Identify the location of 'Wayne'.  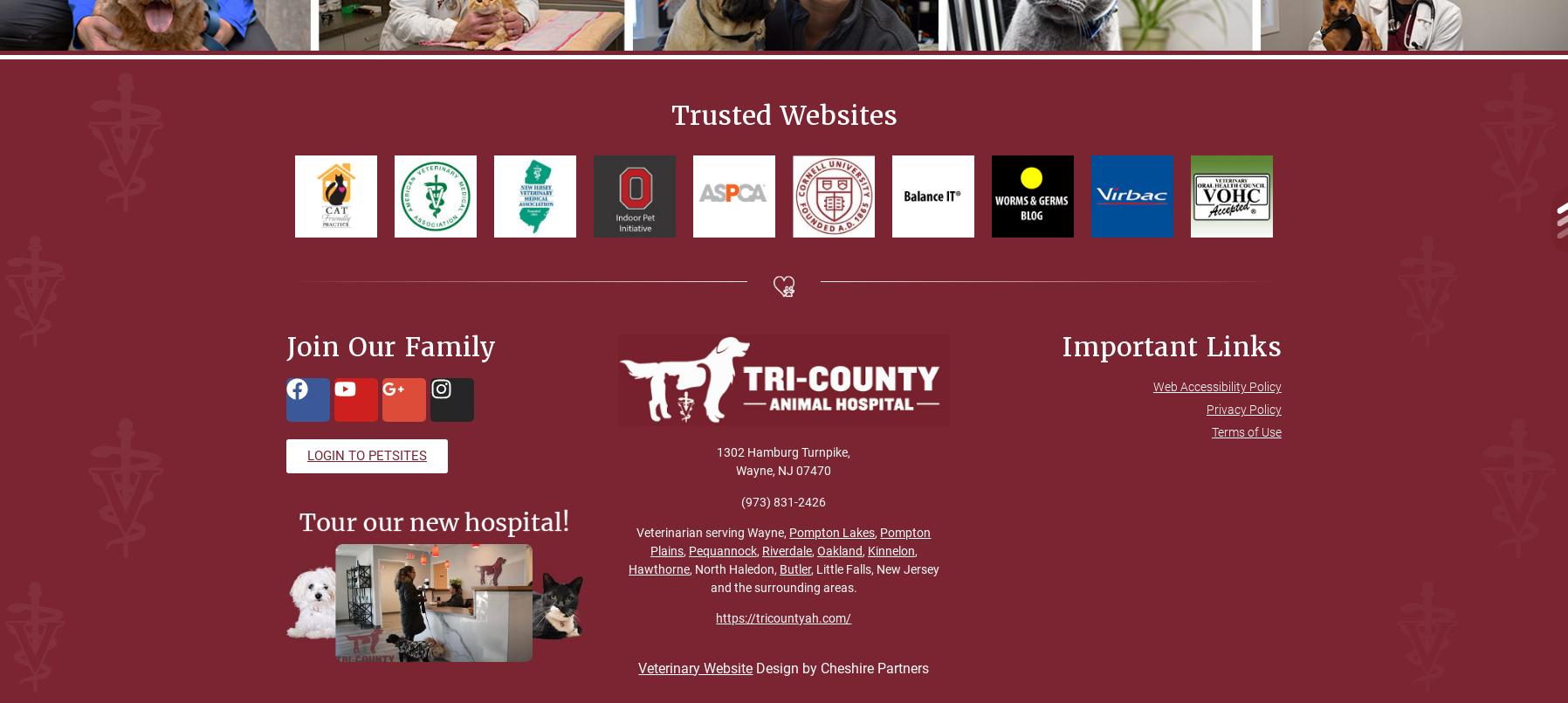
(736, 470).